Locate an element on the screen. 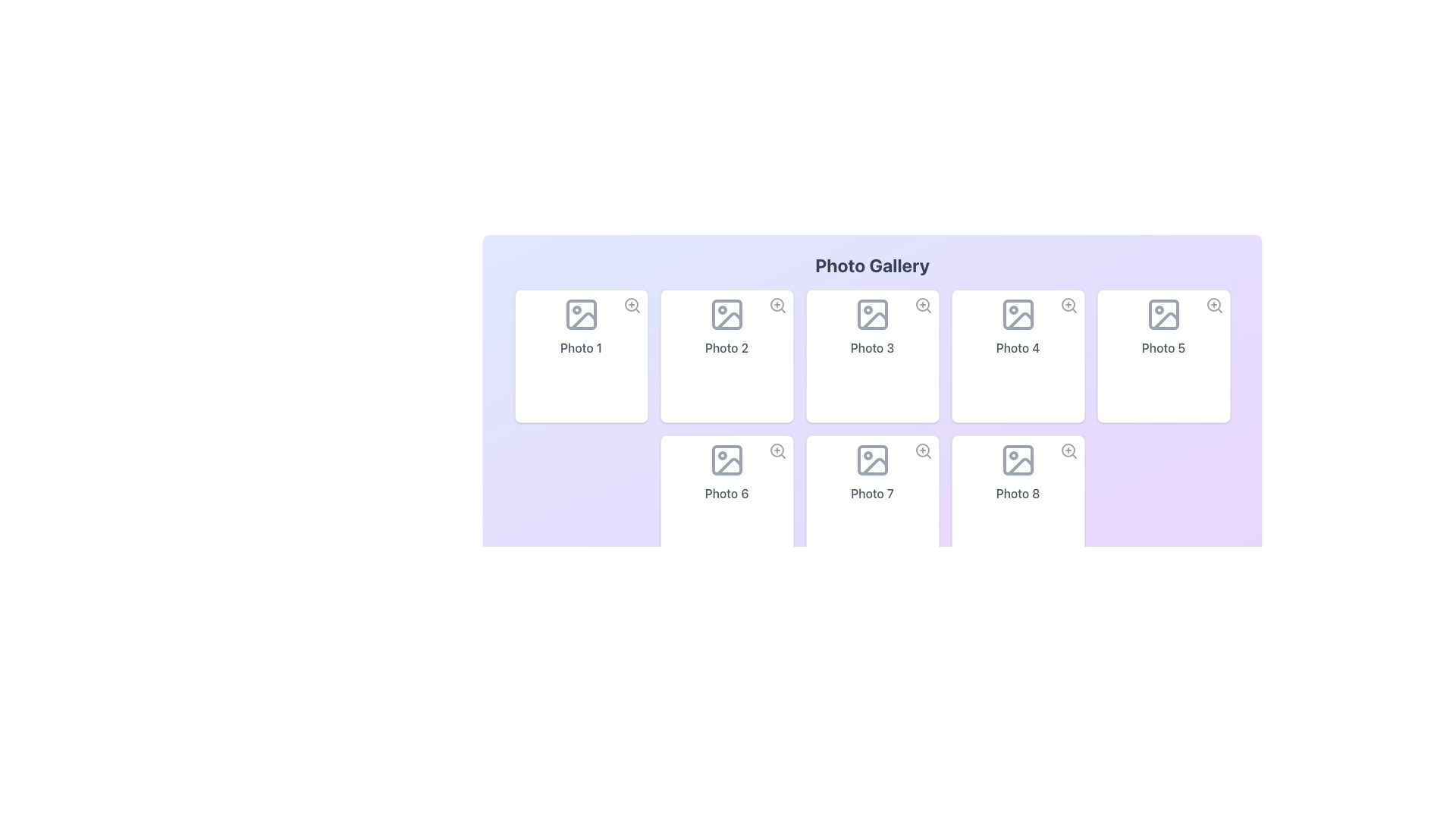 The width and height of the screenshot is (1456, 819). the magnifying glass icon button located at the top-right corner of the 'Photo 2' card is located at coordinates (777, 305).